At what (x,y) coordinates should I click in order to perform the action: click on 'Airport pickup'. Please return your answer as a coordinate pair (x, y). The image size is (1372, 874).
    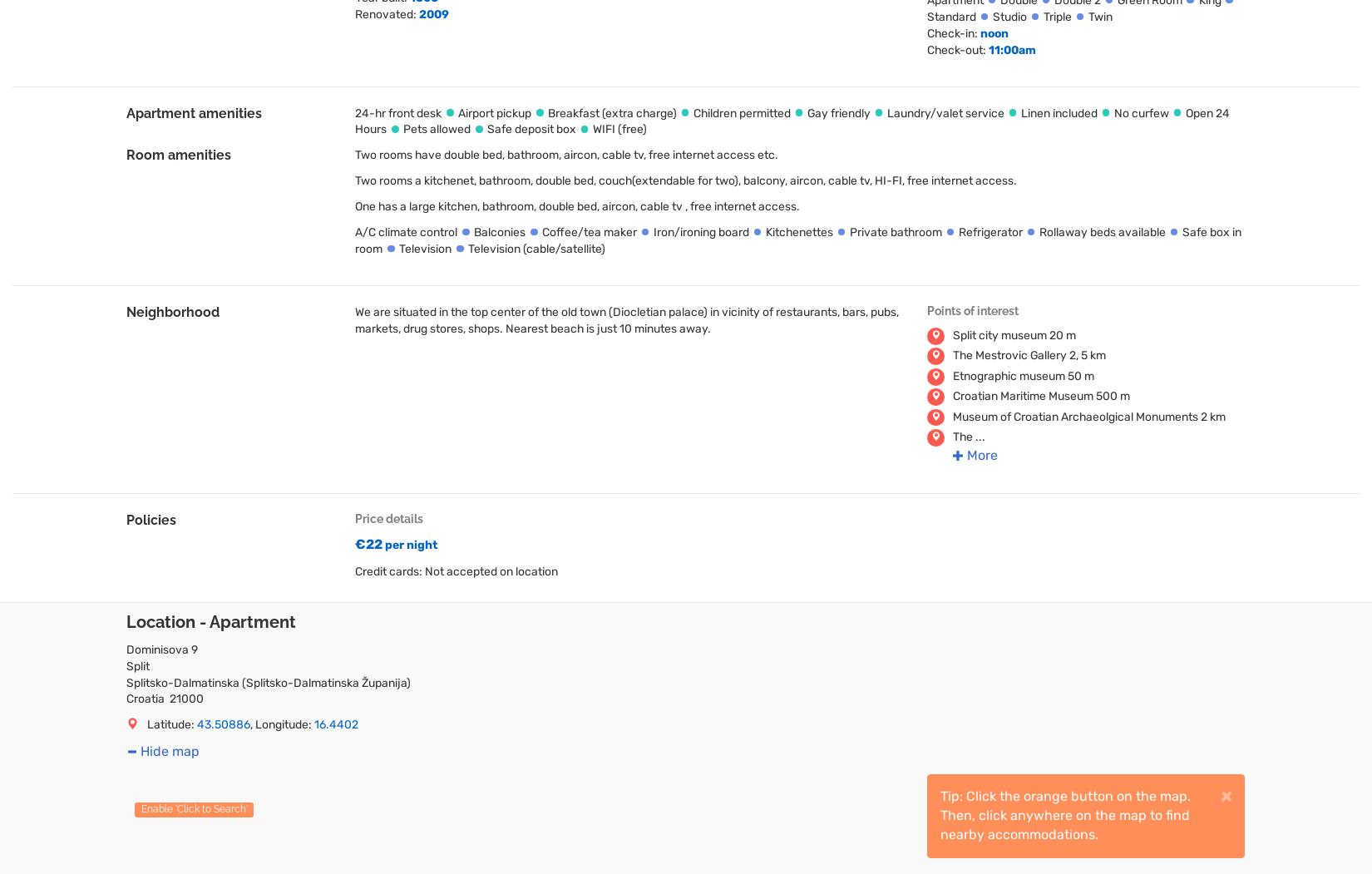
    Looking at the image, I should click on (493, 111).